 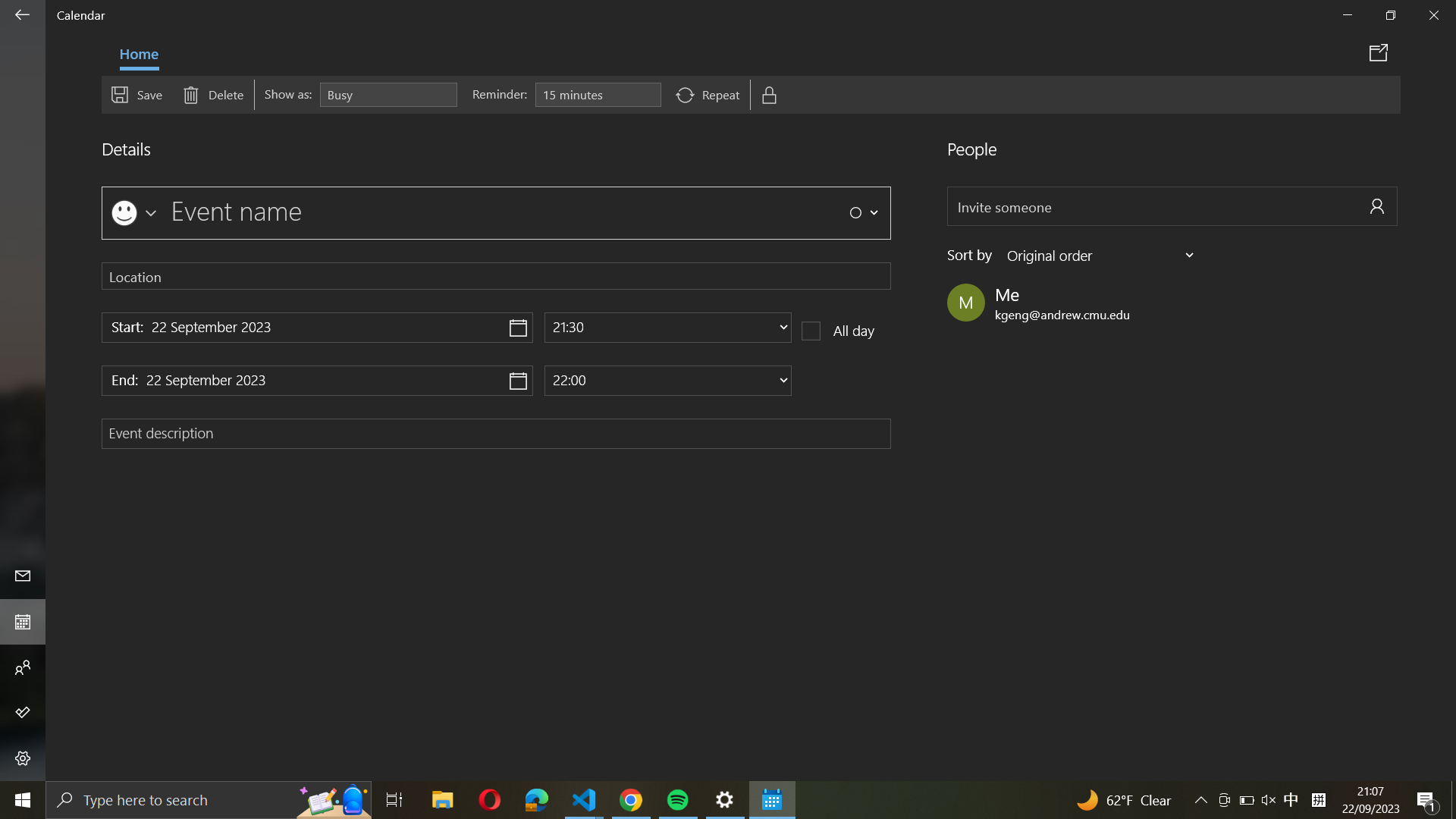 I want to click on Update event schedule to start at "22 November 2024, so click(x=316, y=327).